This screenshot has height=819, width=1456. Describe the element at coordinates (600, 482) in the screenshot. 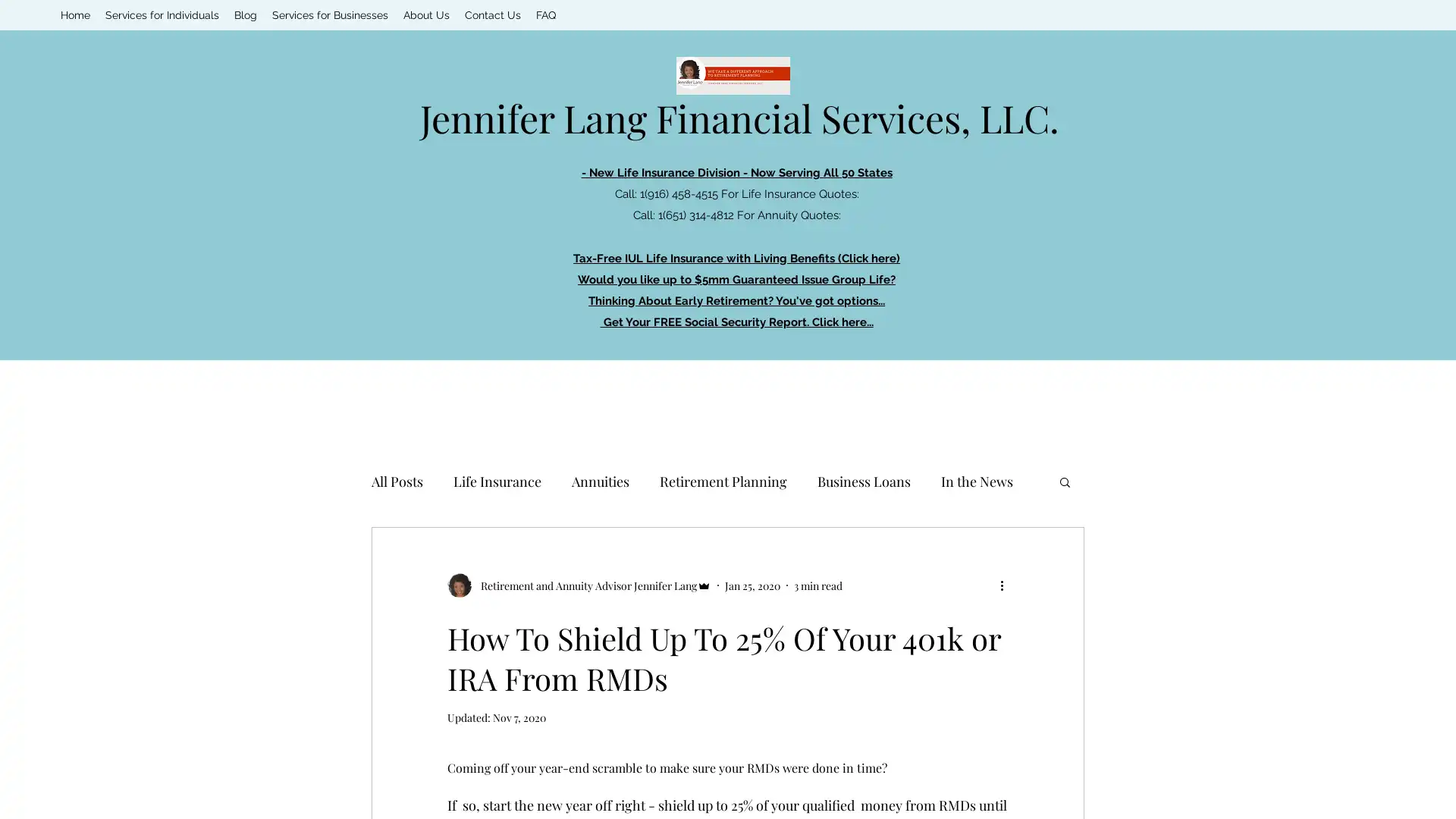

I see `Annuities` at that location.